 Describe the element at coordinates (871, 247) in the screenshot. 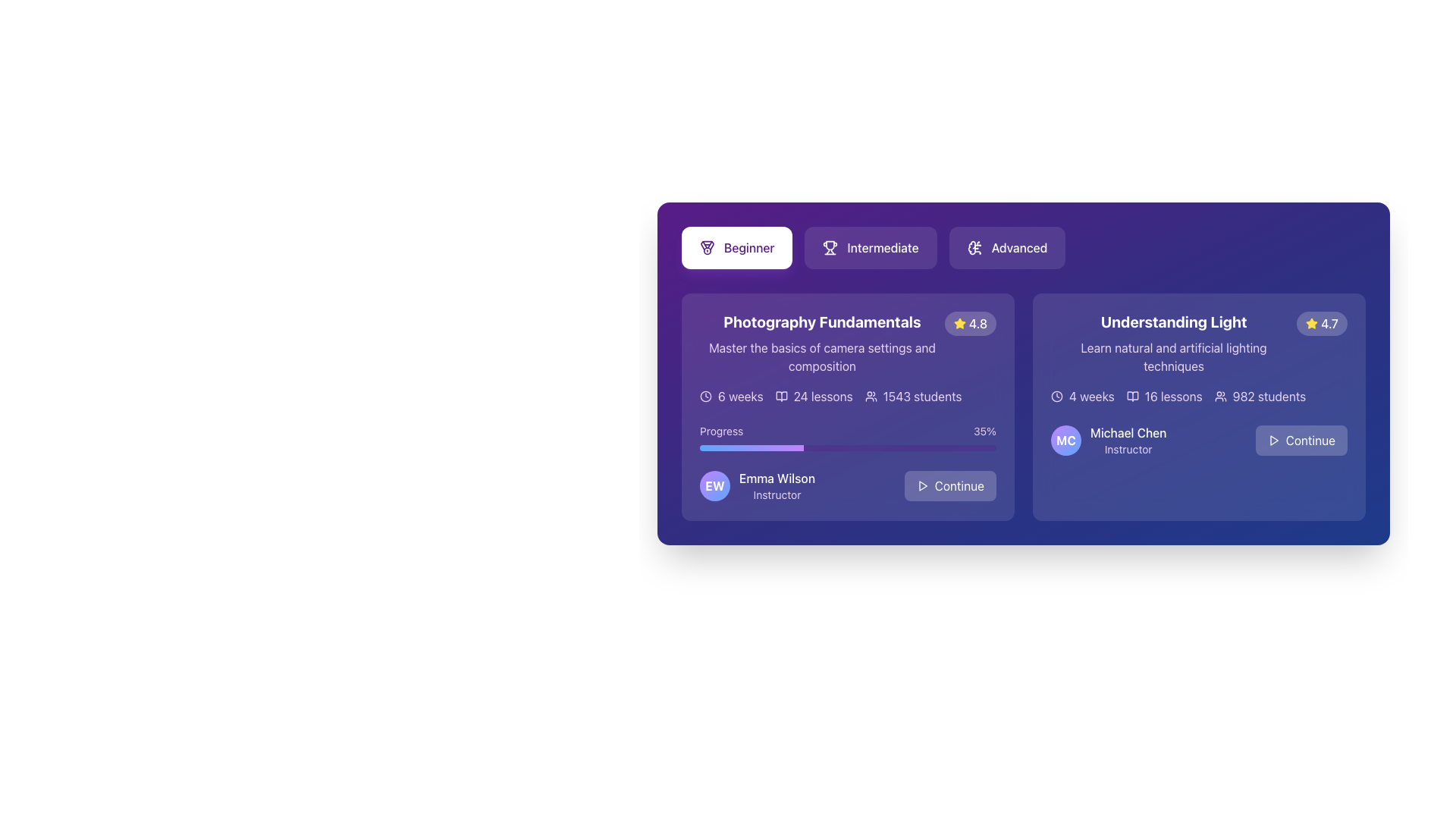

I see `the 'Intermediate' button, which has a purple background, white text, and a trophy icon` at that location.